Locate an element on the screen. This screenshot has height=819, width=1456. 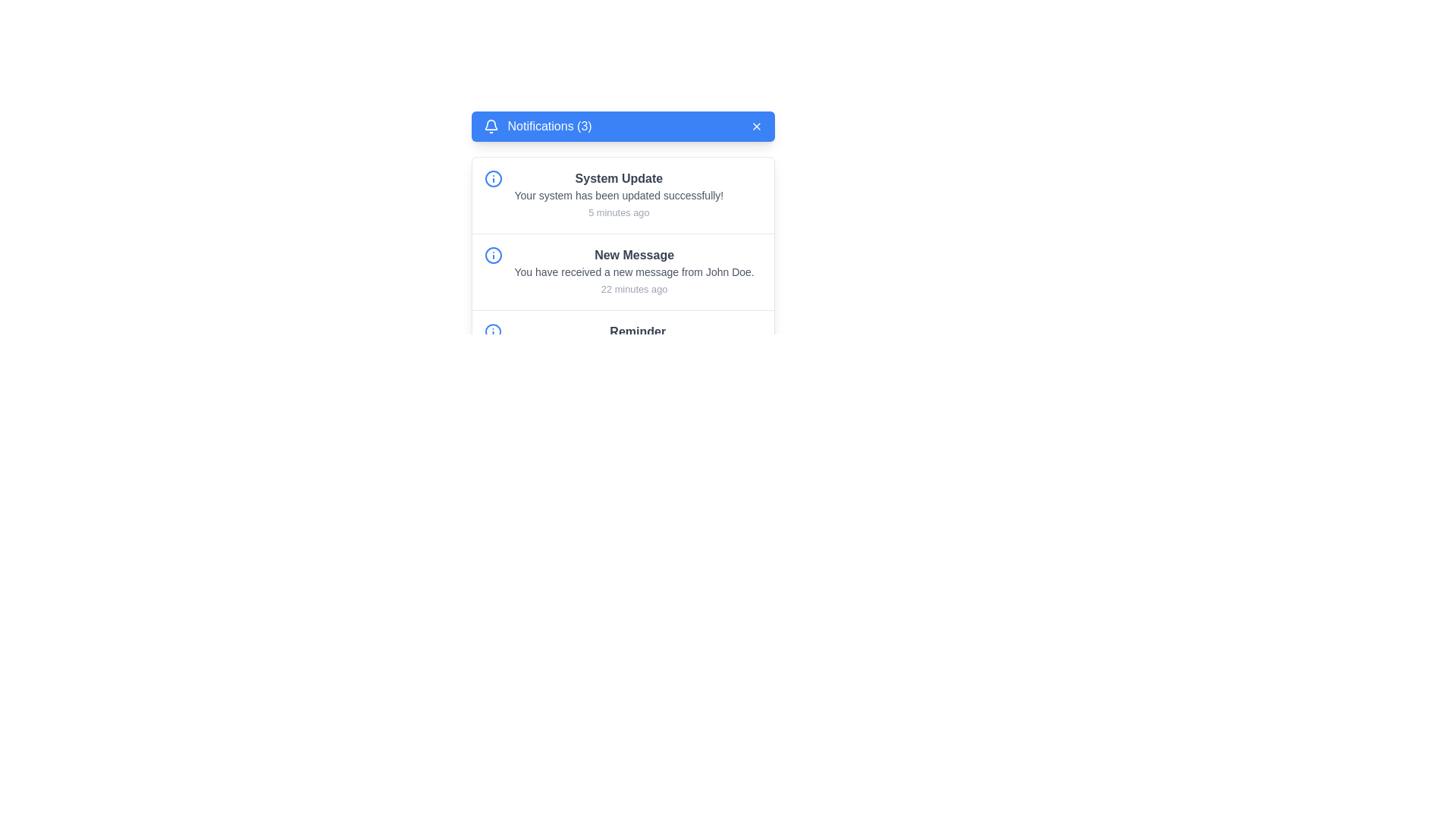
the 'System Update' notification card to acknowledge it. This card features a heading, description, and timestamp, and it is the first notification in the list is located at coordinates (623, 195).